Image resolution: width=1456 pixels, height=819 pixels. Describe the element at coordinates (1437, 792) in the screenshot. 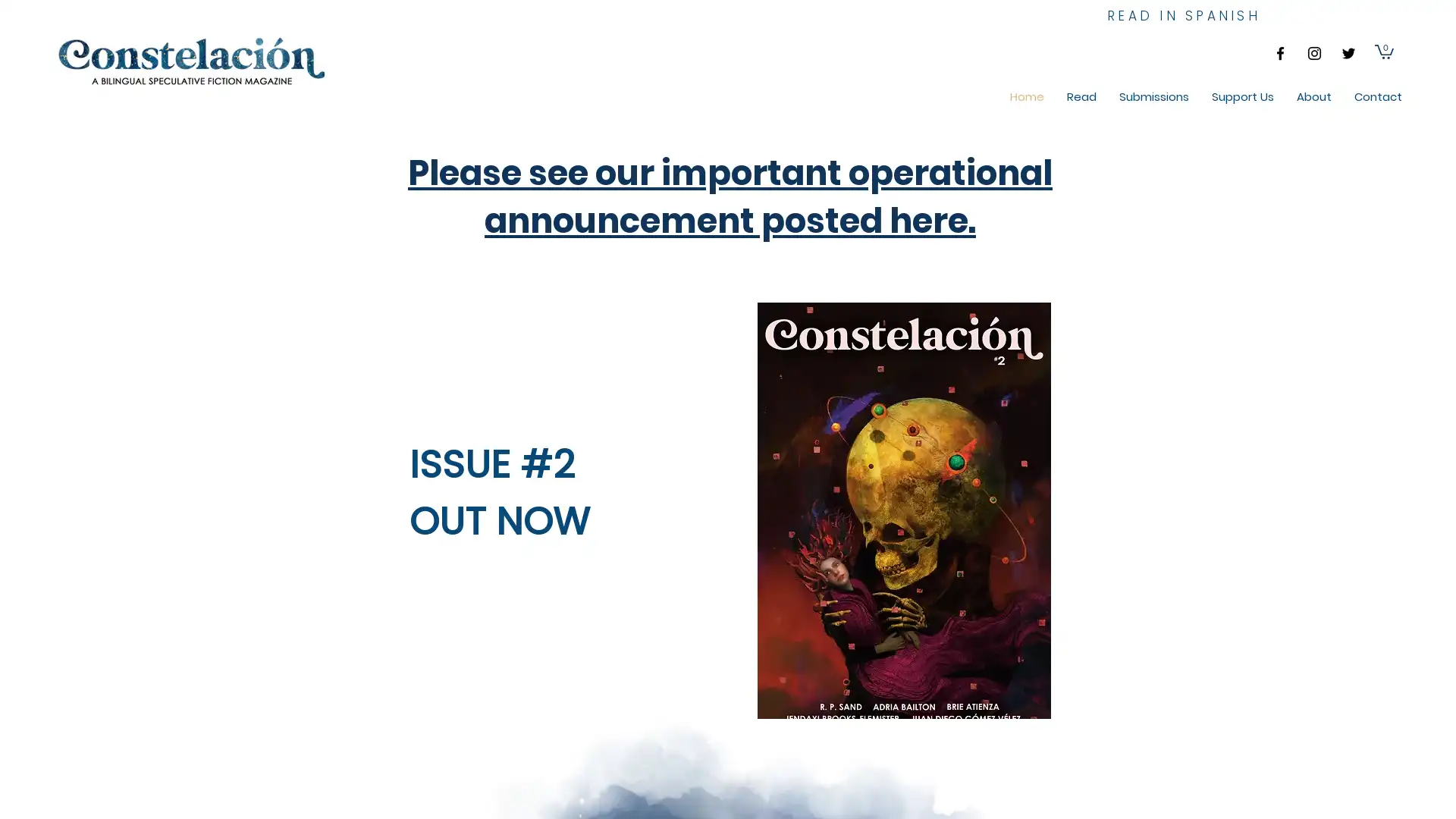

I see `Close` at that location.